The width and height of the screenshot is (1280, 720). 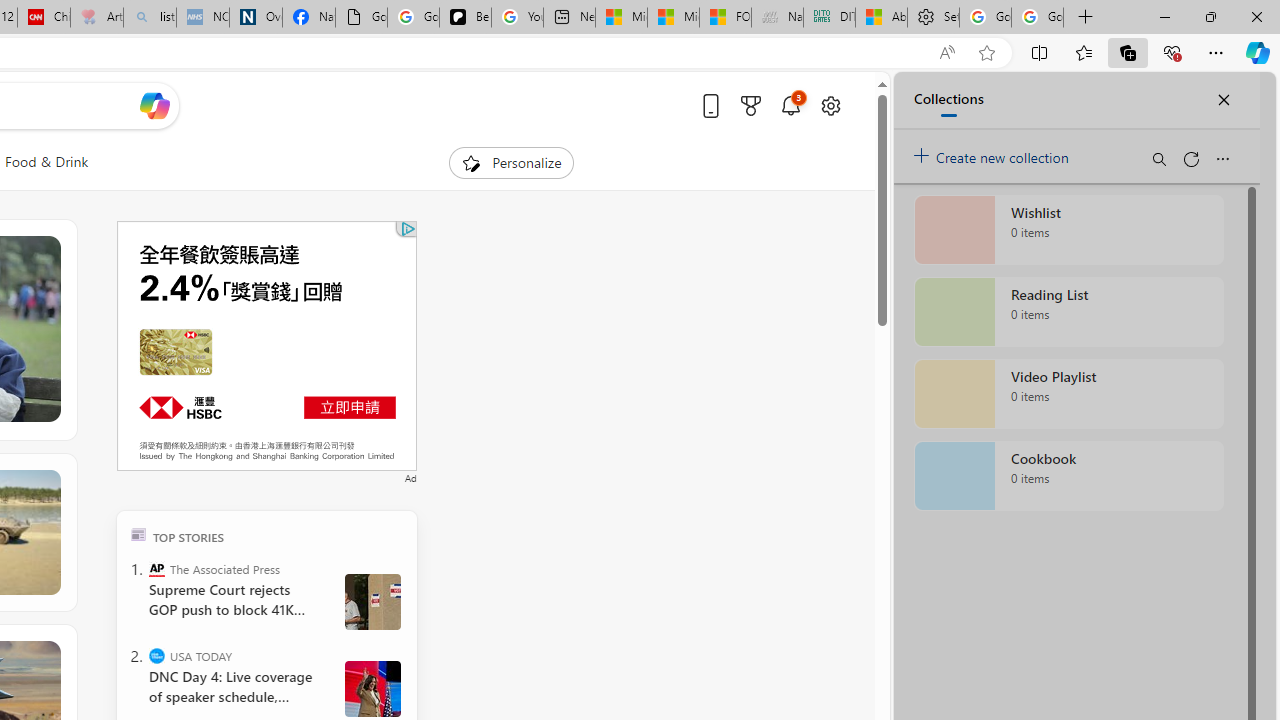 What do you see at coordinates (464, 17) in the screenshot?
I see `'Be Smart | creating Science videos | Patreon'` at bounding box center [464, 17].